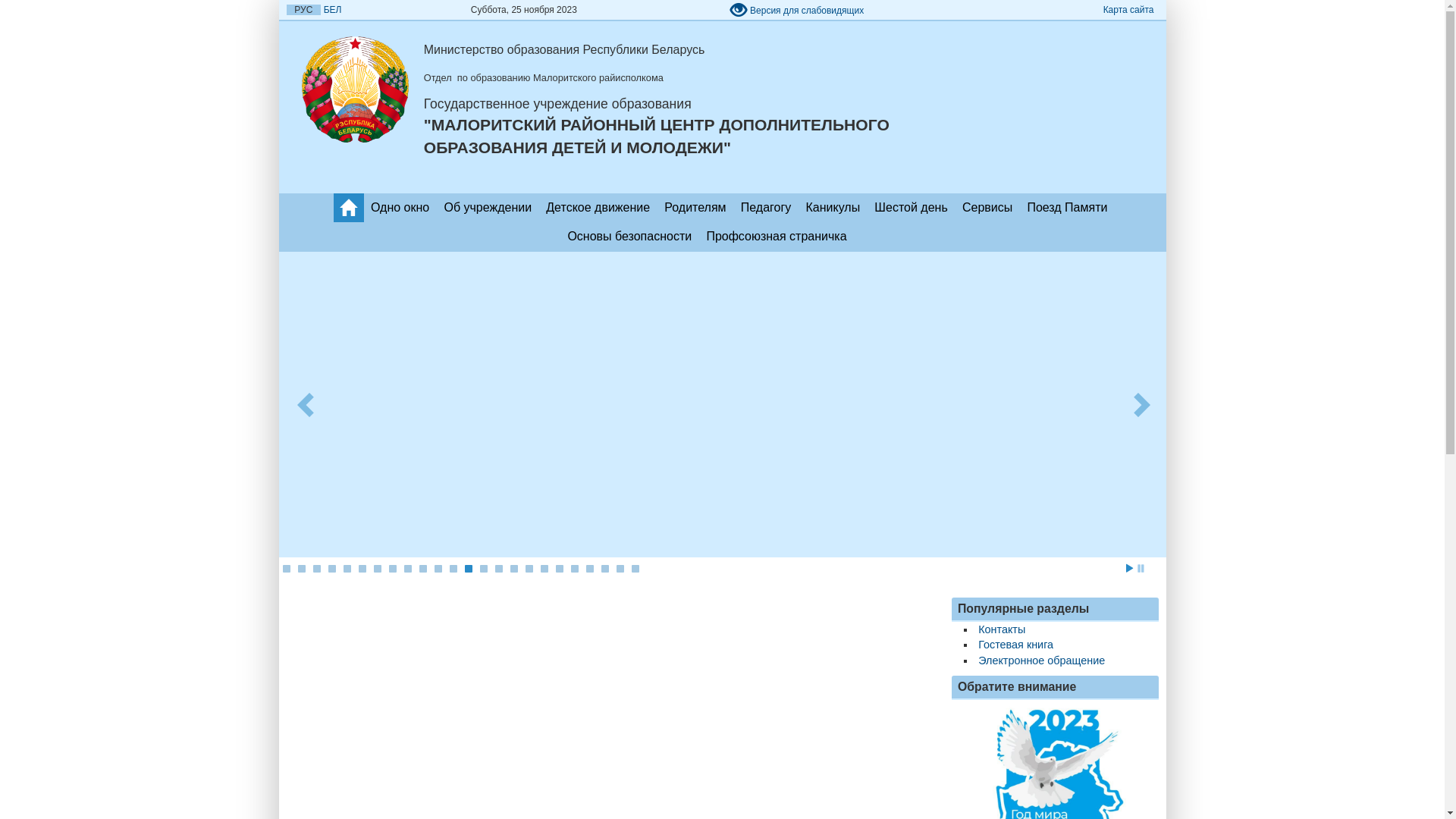 The image size is (1456, 819). I want to click on '2', so click(301, 568).